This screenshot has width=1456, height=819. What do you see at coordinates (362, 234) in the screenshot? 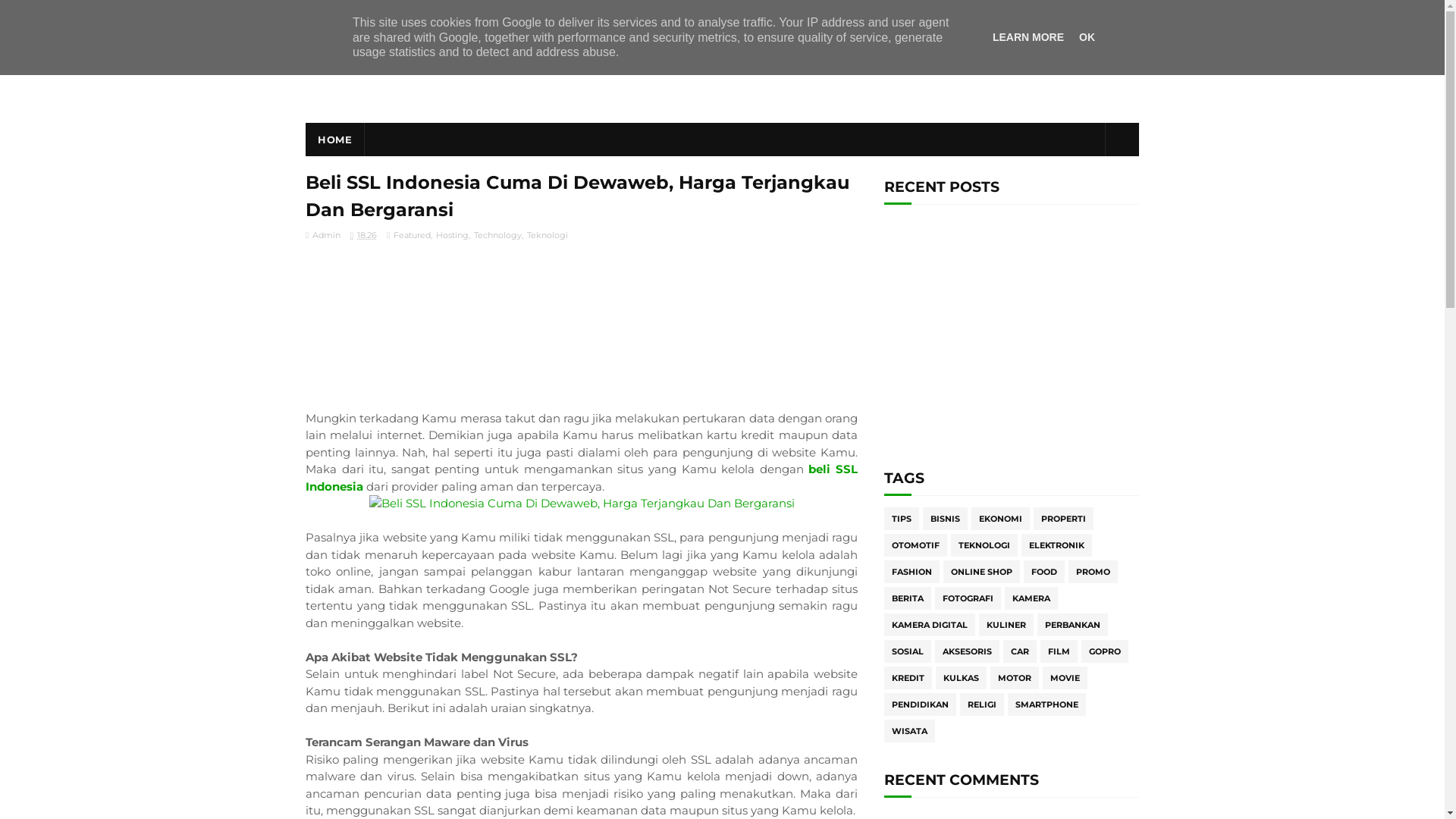
I see `'18.26'` at bounding box center [362, 234].